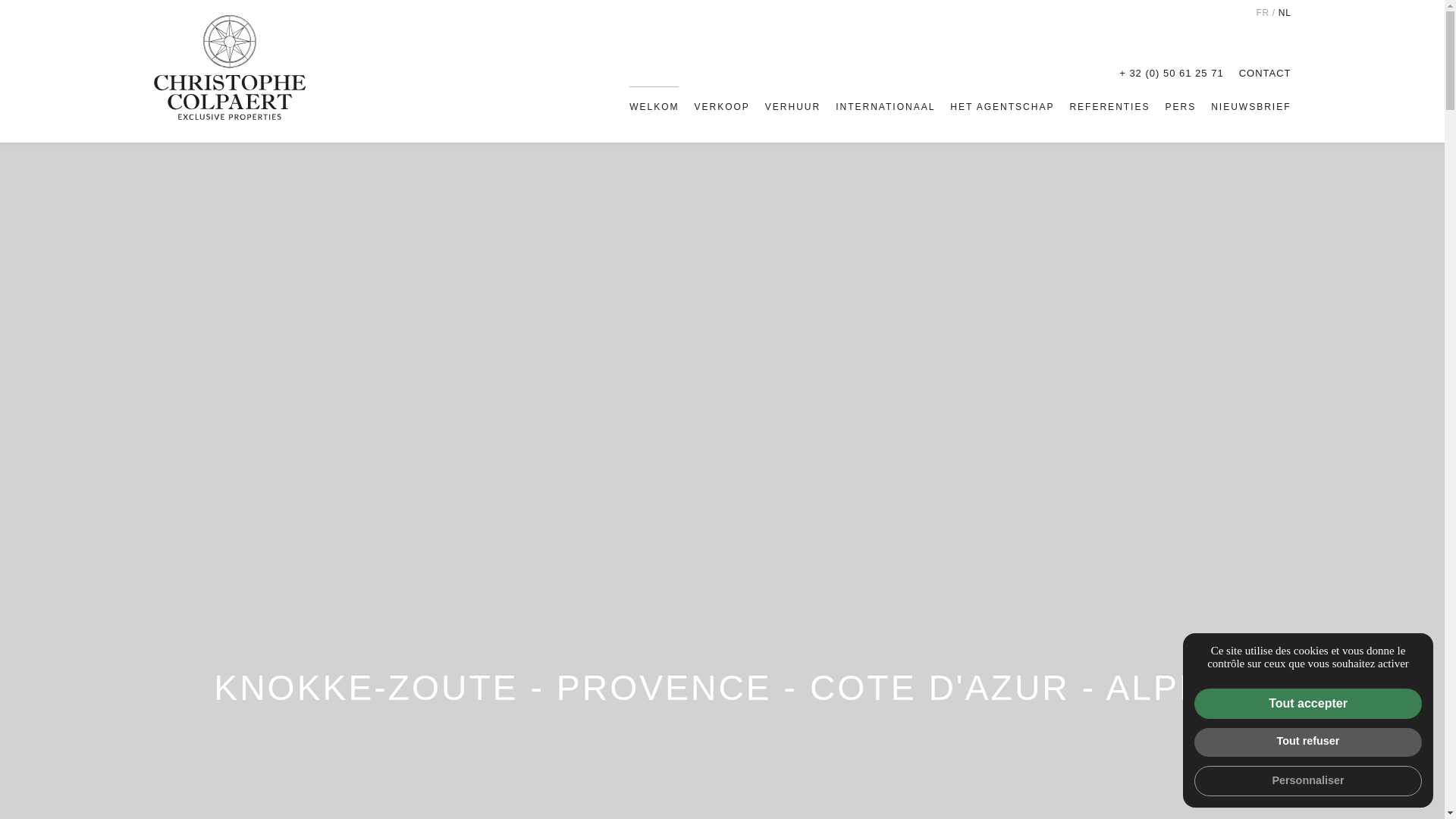 The height and width of the screenshot is (819, 1456). I want to click on 'Tout accepter', so click(1307, 704).